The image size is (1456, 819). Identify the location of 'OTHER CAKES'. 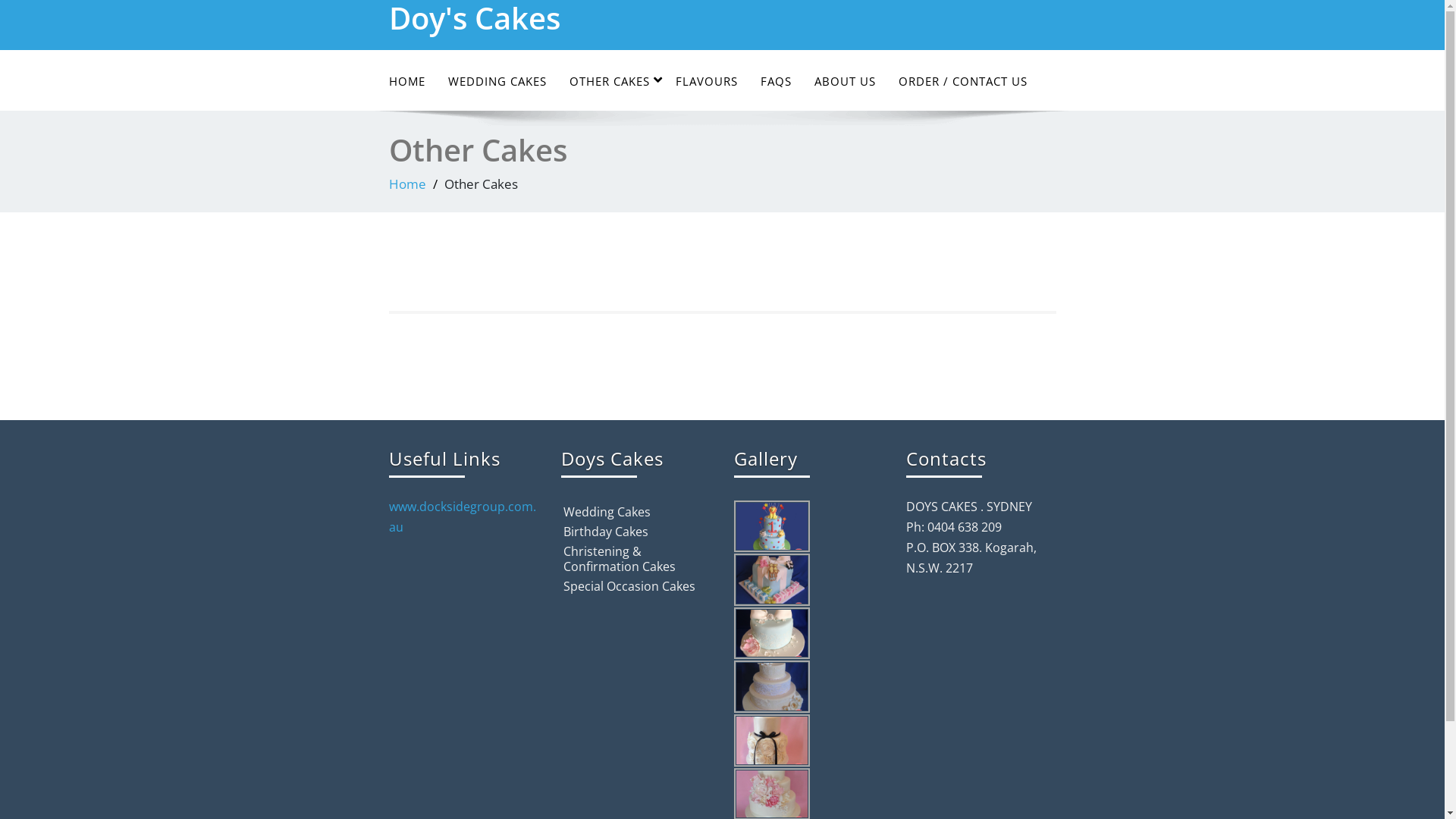
(611, 81).